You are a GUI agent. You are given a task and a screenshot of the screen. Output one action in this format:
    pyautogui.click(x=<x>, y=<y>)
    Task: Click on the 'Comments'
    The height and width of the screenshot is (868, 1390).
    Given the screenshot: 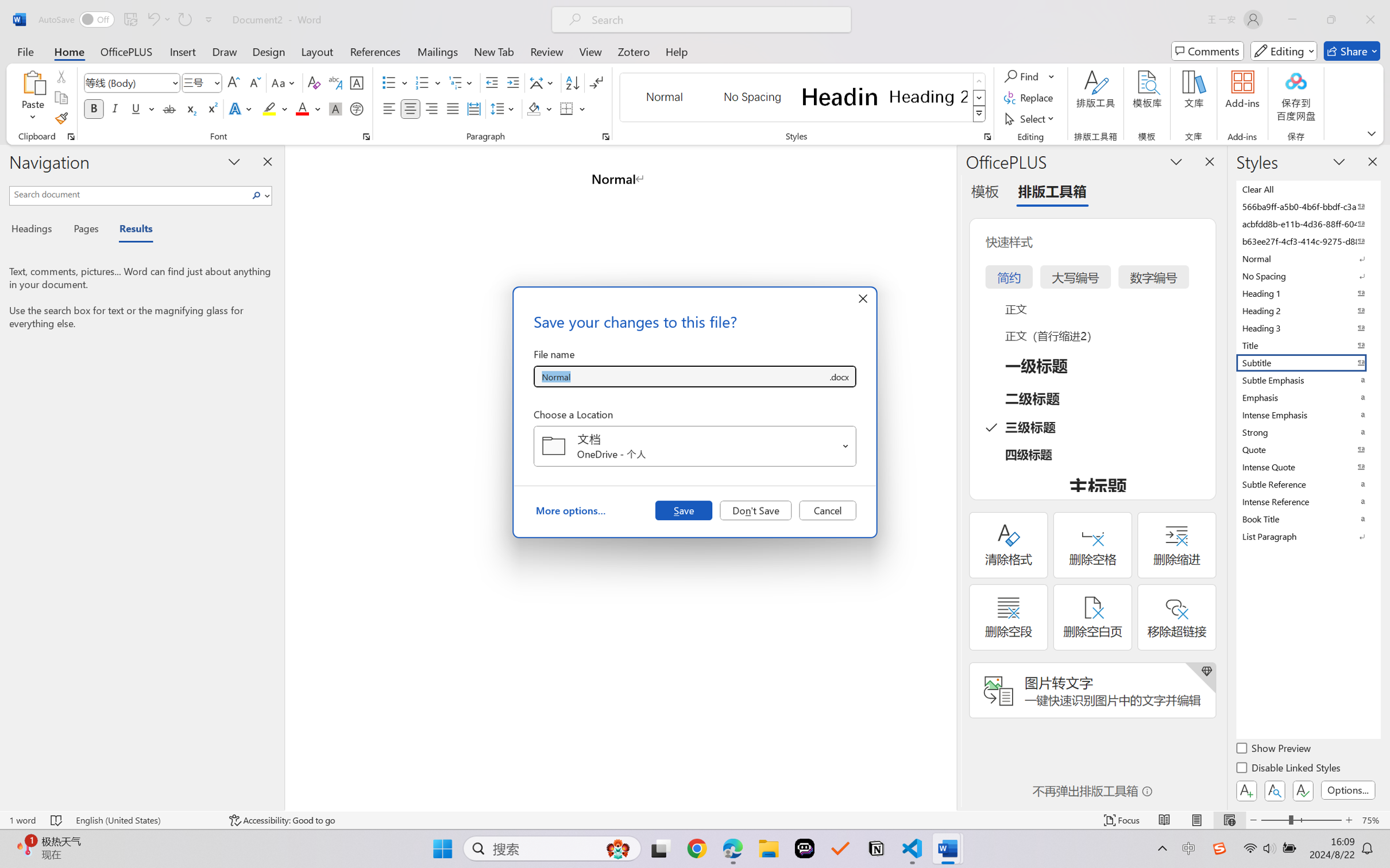 What is the action you would take?
    pyautogui.click(x=1207, y=51)
    